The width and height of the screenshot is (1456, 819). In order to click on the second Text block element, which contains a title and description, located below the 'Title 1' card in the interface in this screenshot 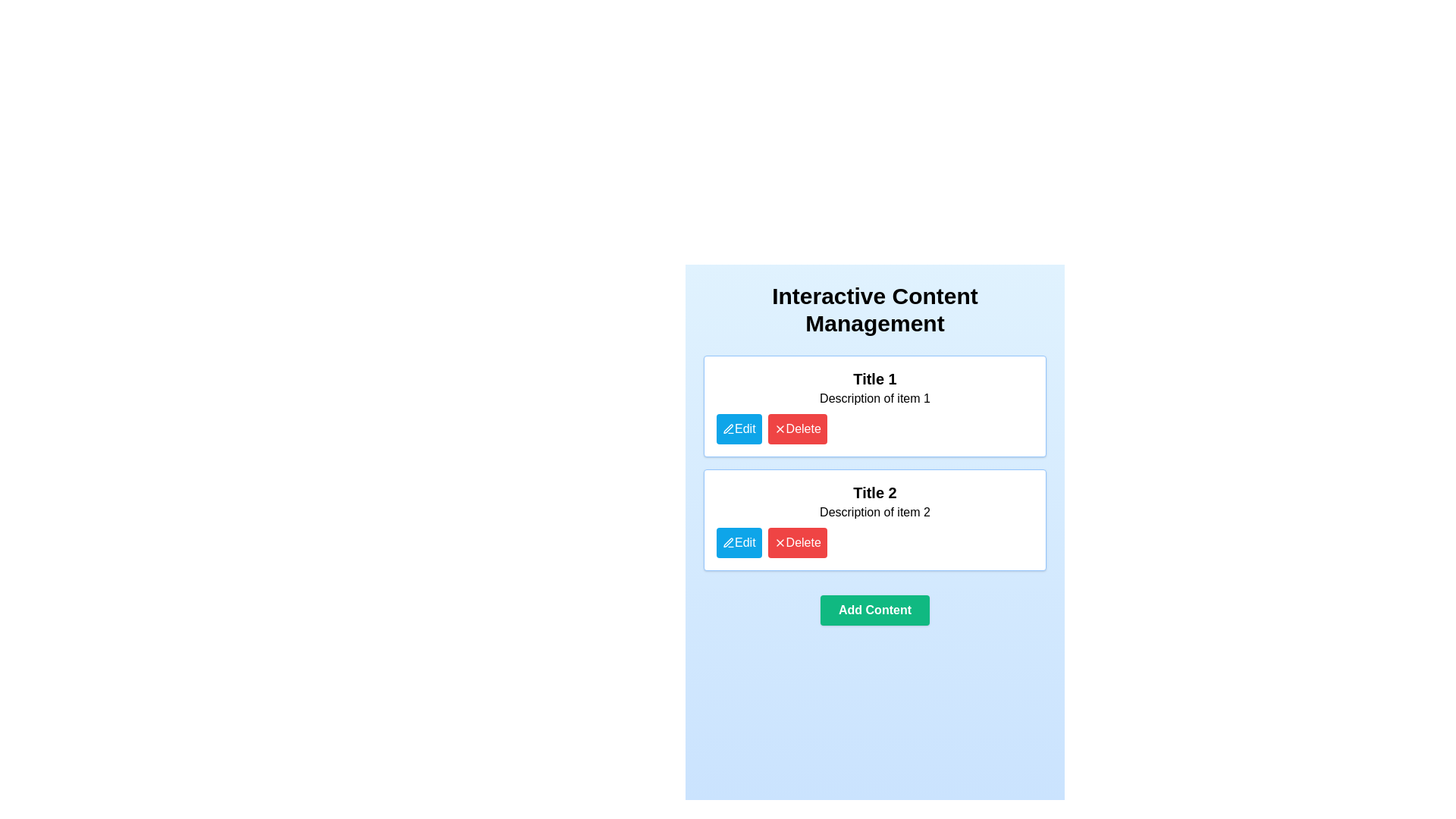, I will do `click(874, 502)`.